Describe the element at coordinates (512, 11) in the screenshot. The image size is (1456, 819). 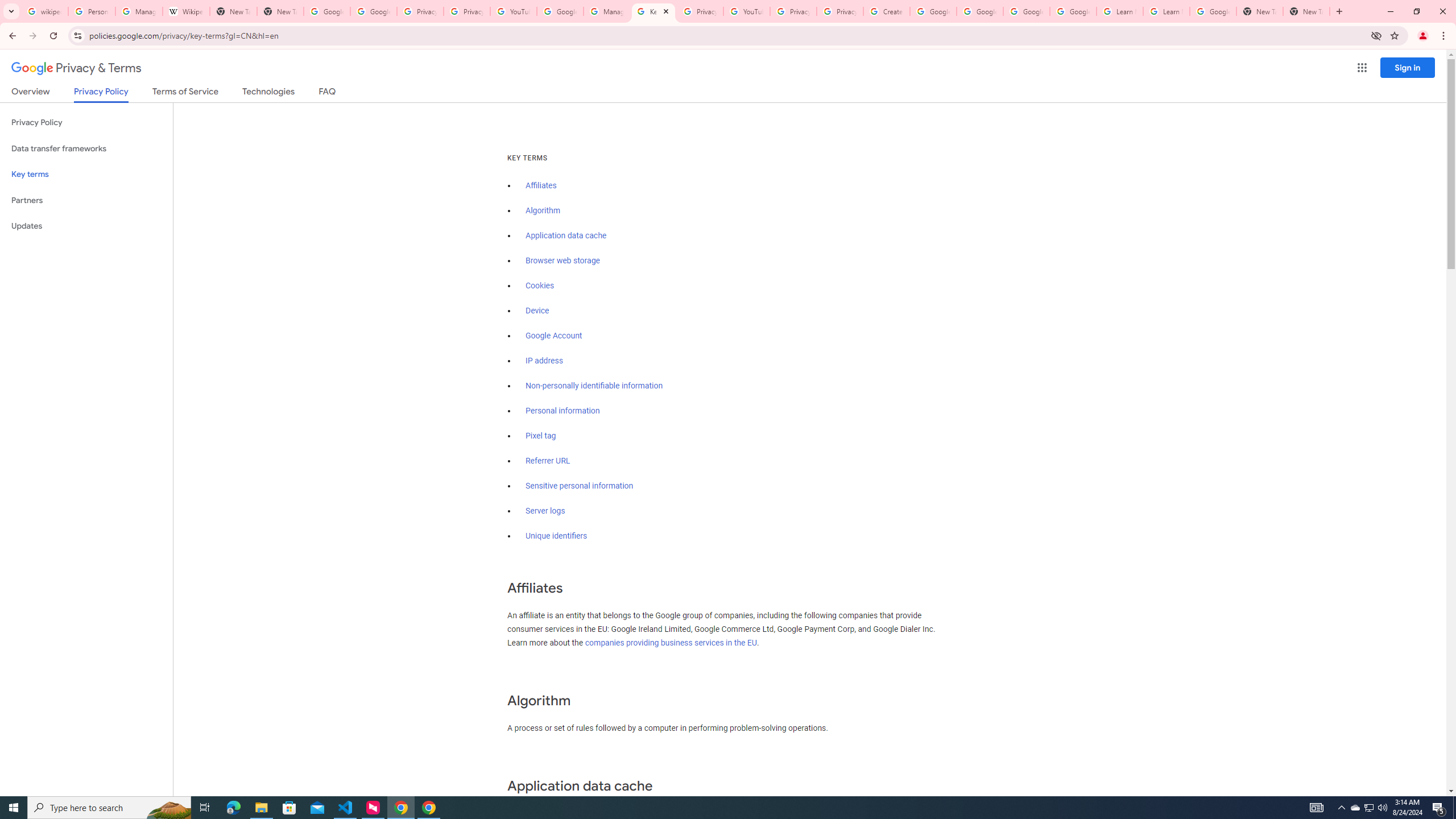
I see `'YouTube'` at that location.